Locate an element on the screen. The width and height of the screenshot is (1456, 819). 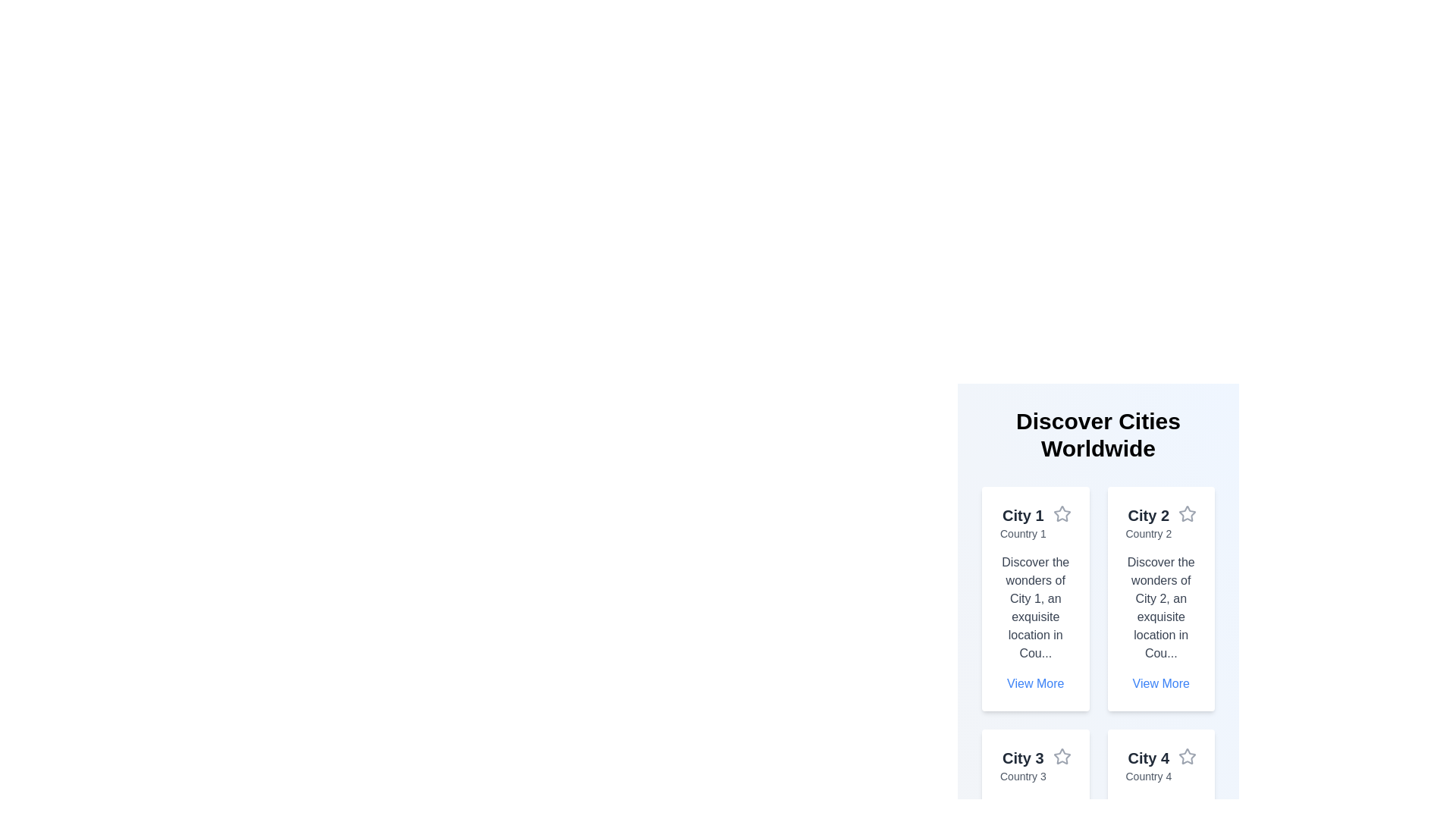
the Text label that serves as the title for the 'City 1 Country 1' card, located near the center of the card in the upper left corner of the grid layout is located at coordinates (1023, 514).